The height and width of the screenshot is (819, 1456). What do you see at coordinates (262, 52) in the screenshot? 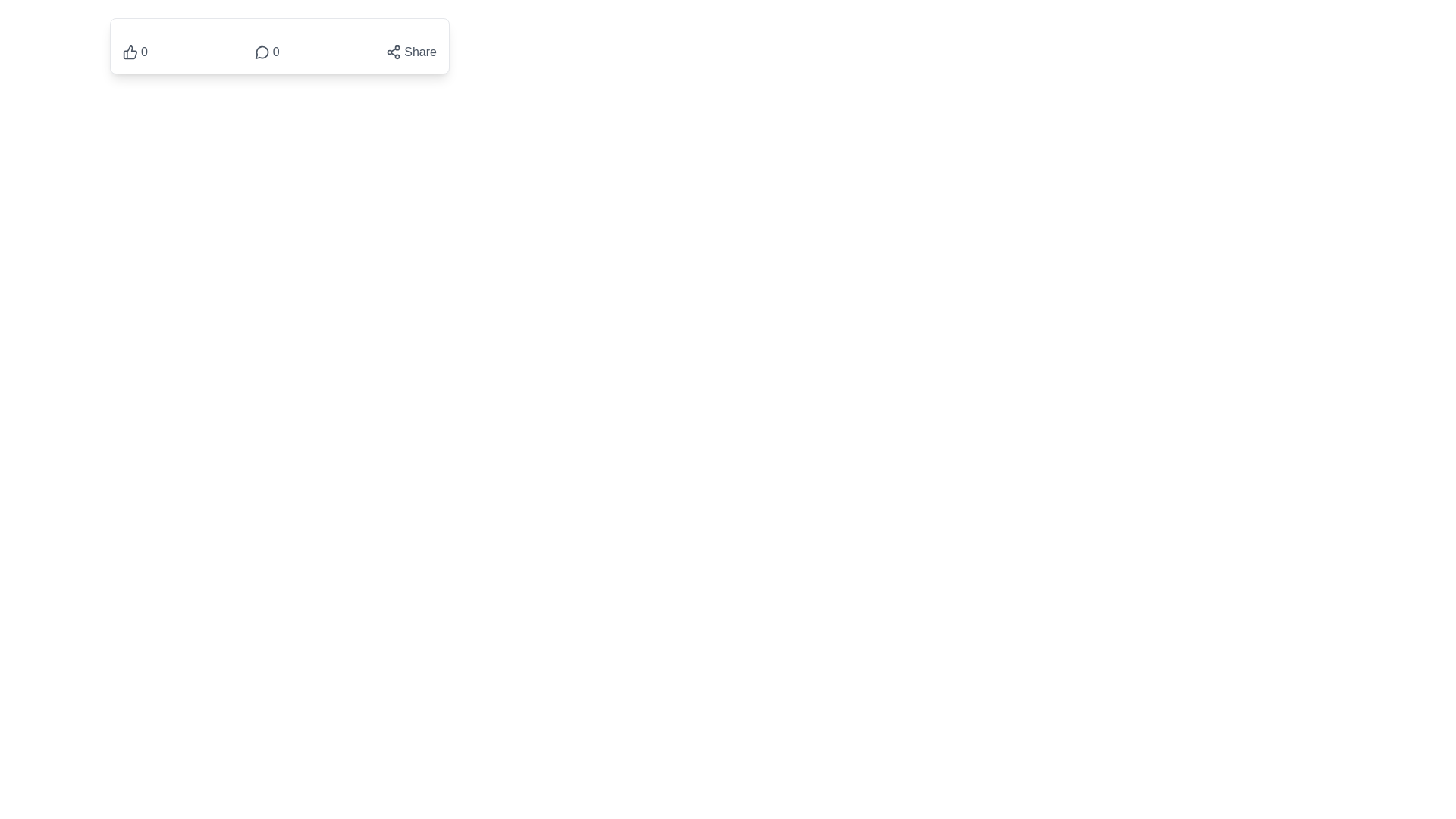
I see `the circular icon with a speech bubble design, which is positioned next to the numeric text '0', indicating its function as a counter or messaging feature` at bounding box center [262, 52].